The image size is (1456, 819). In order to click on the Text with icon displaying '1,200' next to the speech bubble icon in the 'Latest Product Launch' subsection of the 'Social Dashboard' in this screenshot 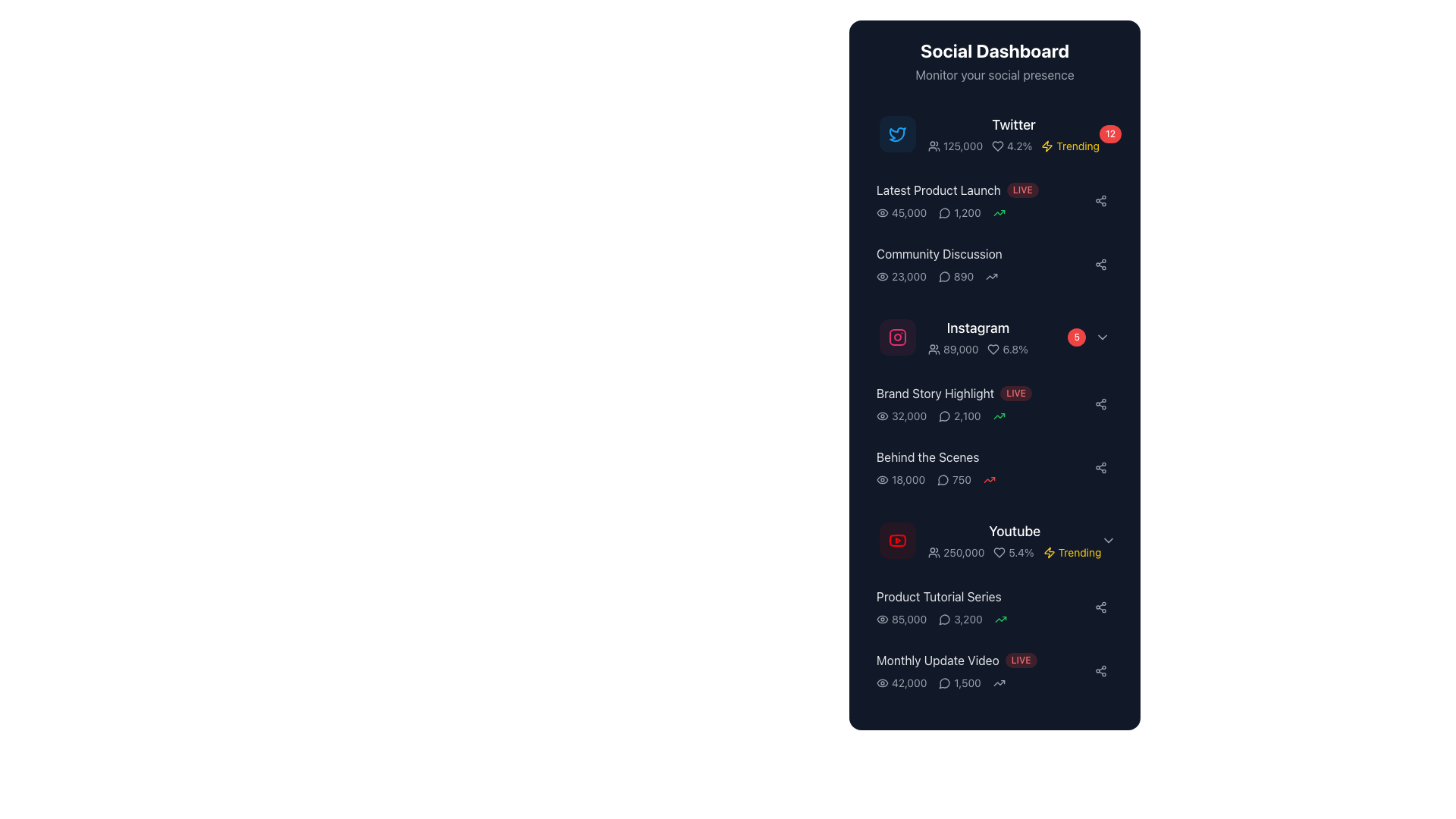, I will do `click(959, 213)`.